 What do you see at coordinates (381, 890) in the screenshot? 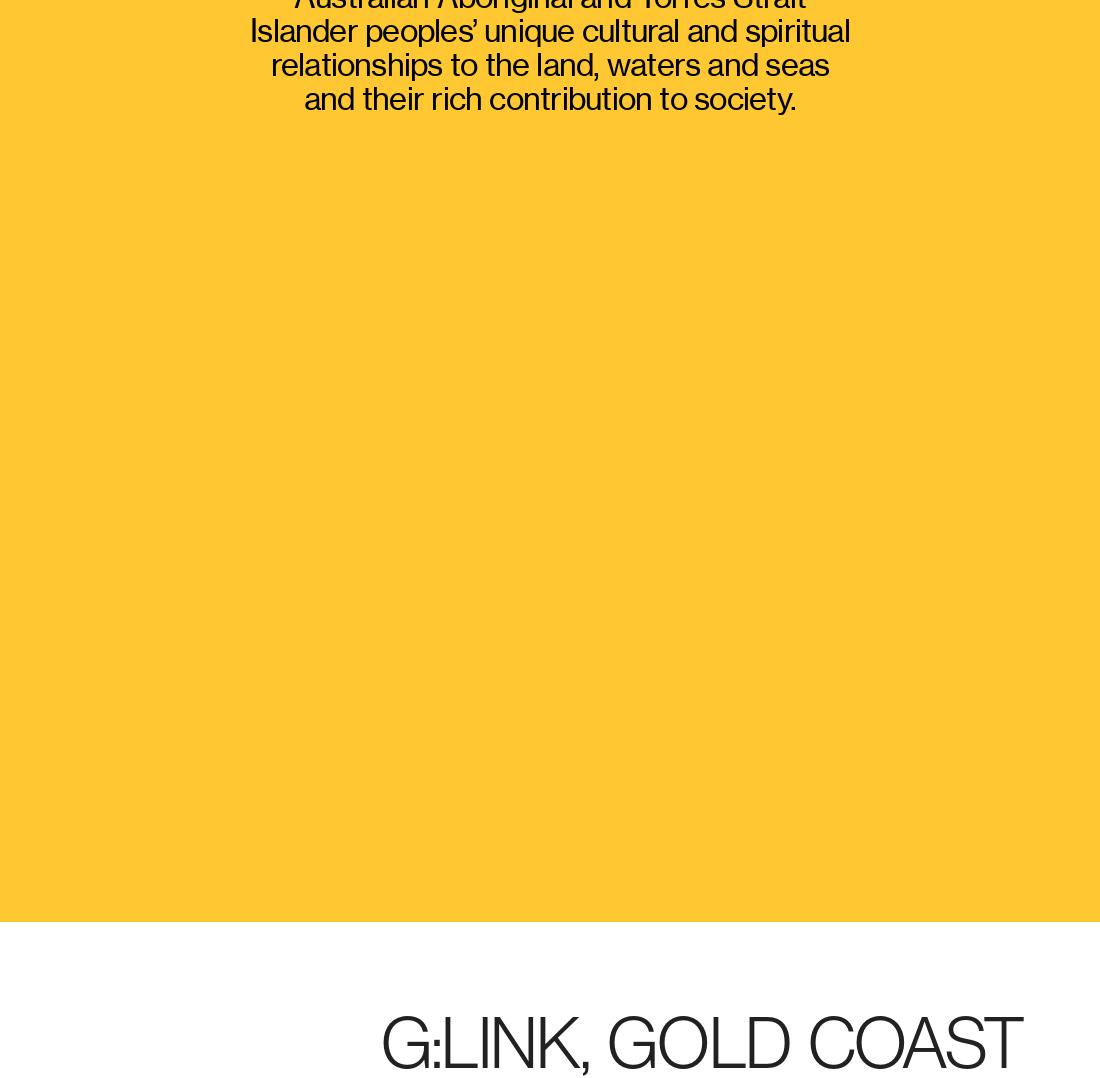
I see `'. For full details on how we manage data, read our'` at bounding box center [381, 890].